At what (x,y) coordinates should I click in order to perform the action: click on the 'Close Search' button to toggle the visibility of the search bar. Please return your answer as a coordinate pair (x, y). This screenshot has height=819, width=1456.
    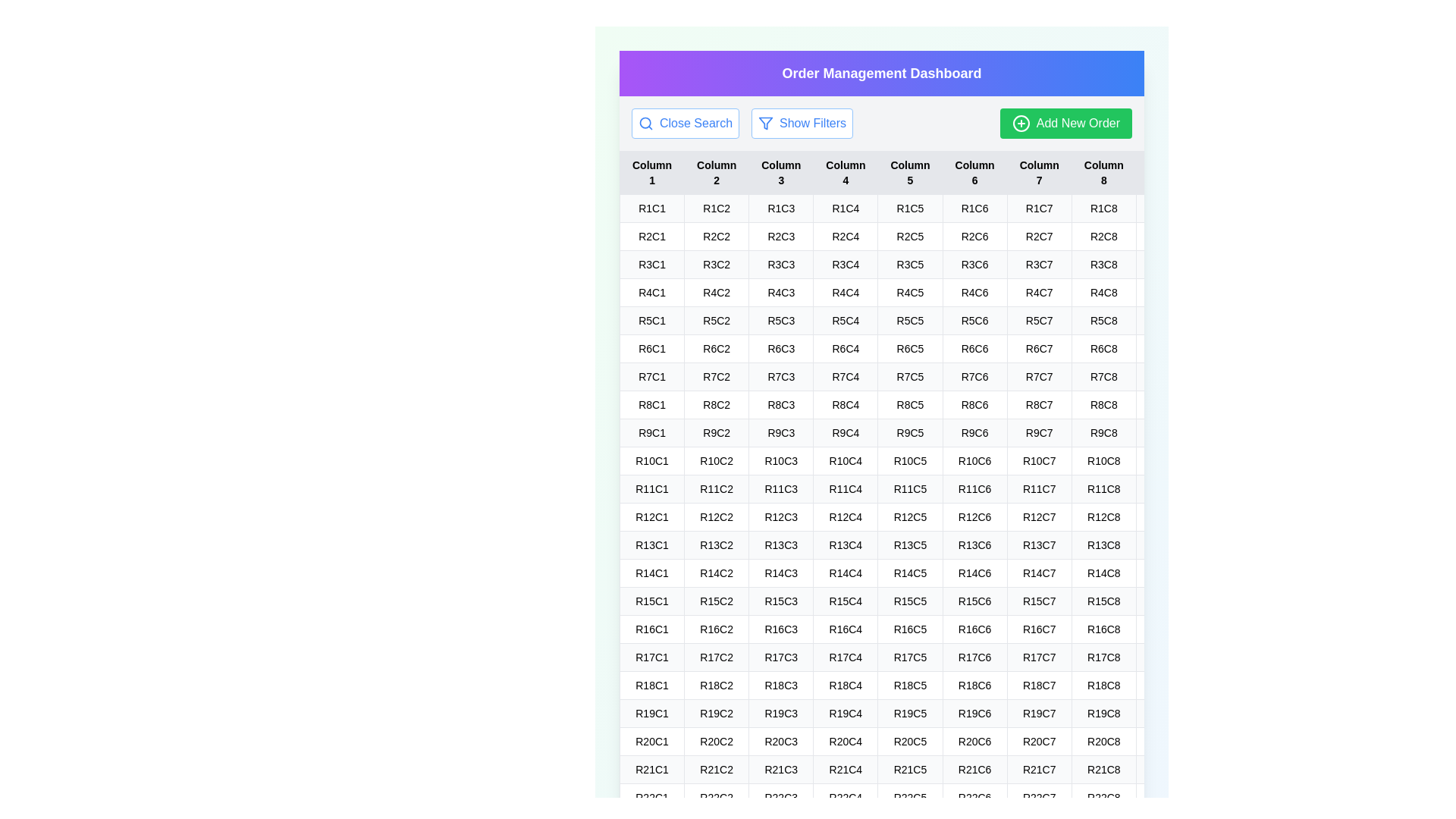
    Looking at the image, I should click on (684, 122).